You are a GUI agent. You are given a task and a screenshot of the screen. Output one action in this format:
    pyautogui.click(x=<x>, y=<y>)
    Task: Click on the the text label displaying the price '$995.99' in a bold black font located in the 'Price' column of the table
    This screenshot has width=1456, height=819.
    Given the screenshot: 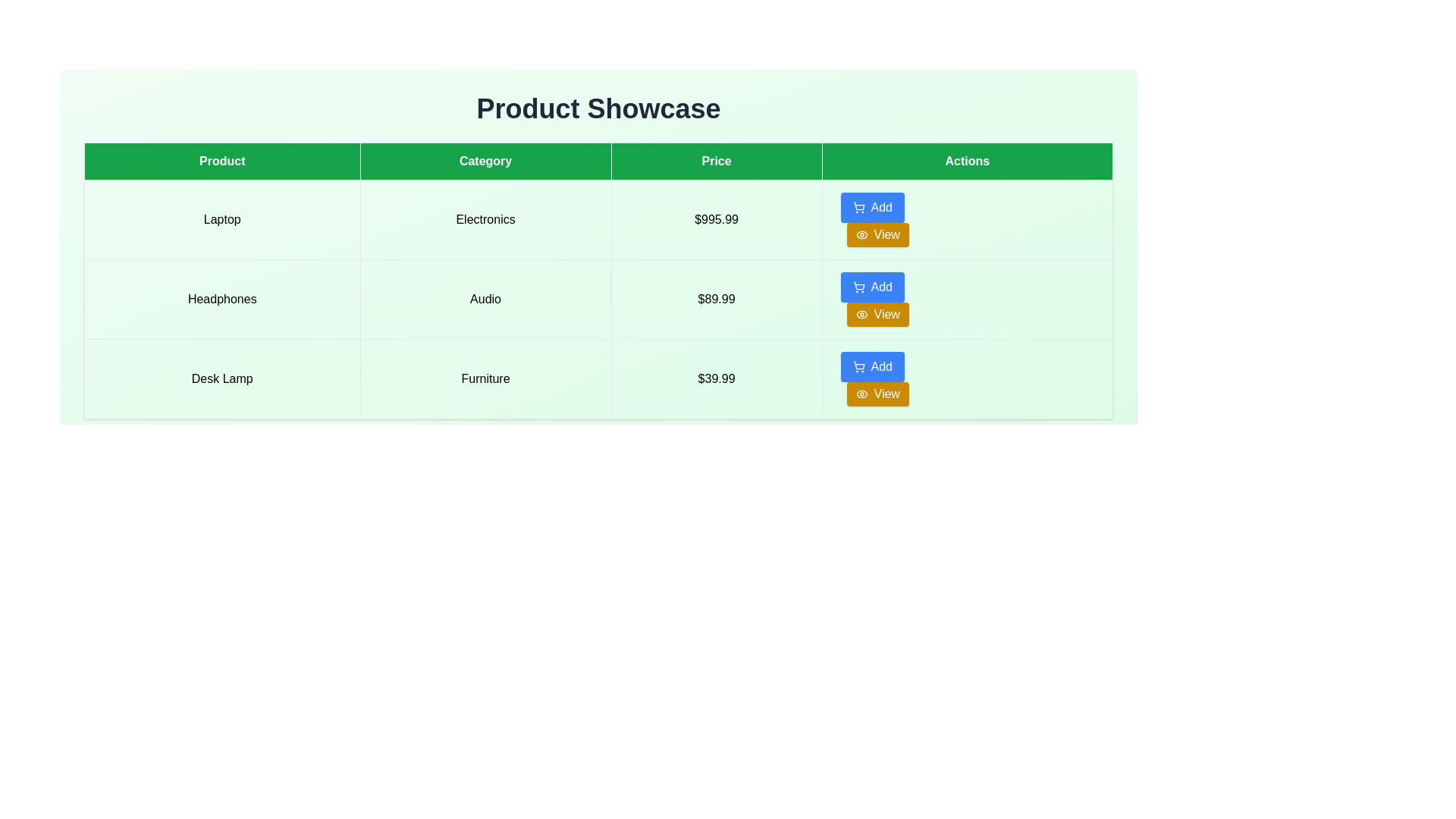 What is the action you would take?
    pyautogui.click(x=716, y=219)
    